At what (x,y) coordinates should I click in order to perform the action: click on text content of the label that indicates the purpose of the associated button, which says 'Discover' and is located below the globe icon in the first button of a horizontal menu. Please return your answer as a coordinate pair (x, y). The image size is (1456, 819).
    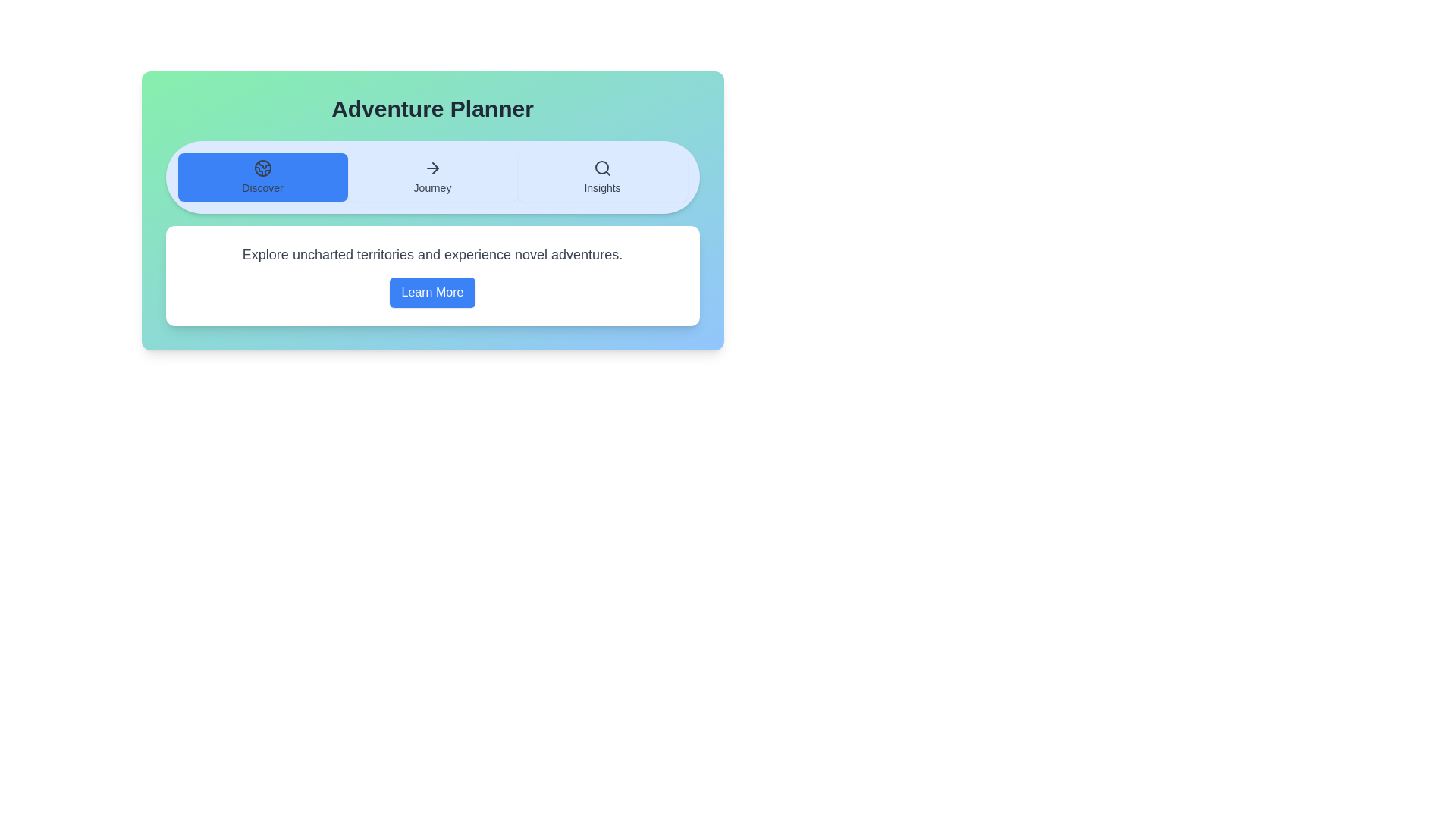
    Looking at the image, I should click on (262, 187).